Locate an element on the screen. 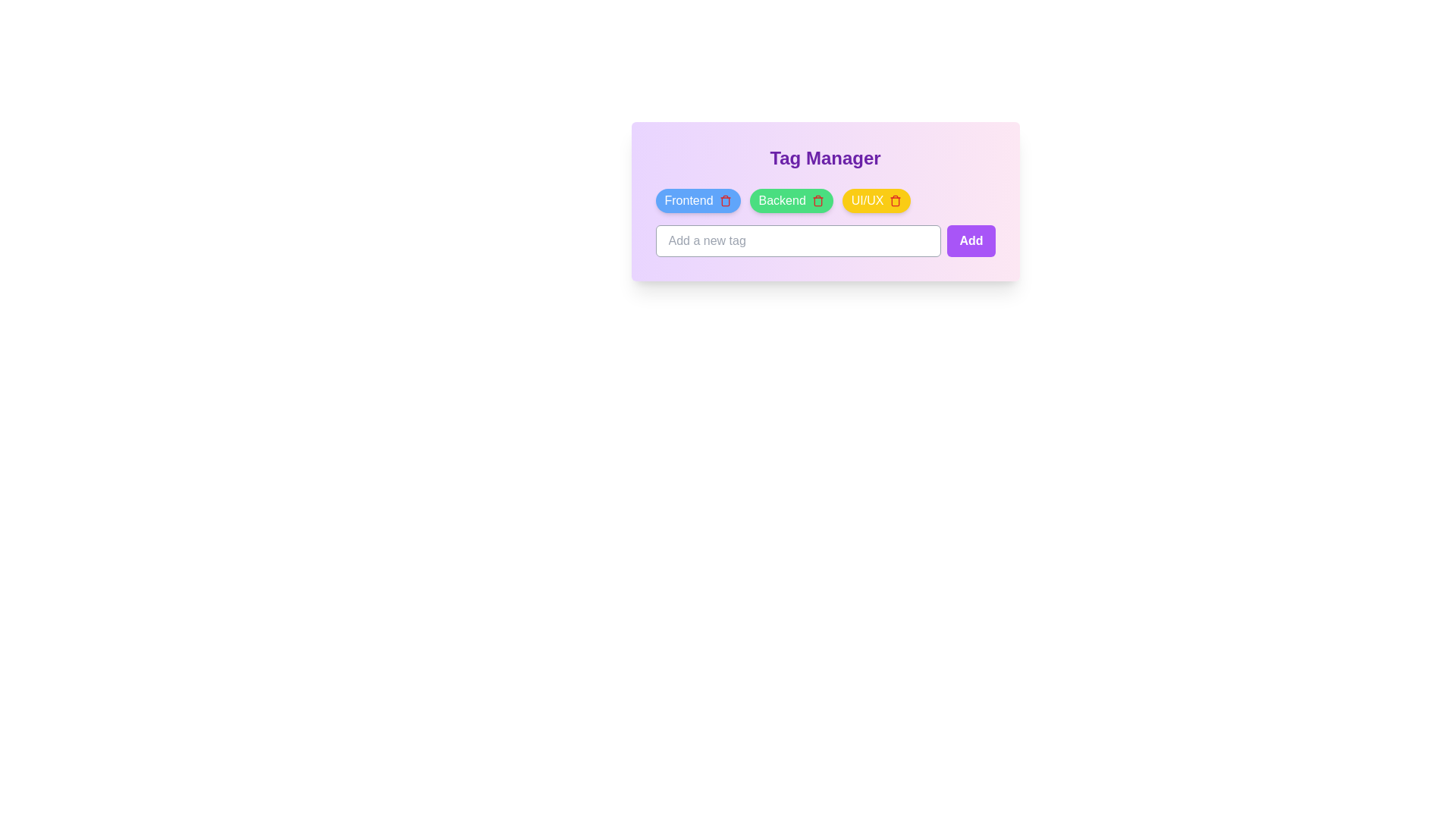 The height and width of the screenshot is (819, 1456). the tag list area to visually inspect the tags is located at coordinates (824, 201).